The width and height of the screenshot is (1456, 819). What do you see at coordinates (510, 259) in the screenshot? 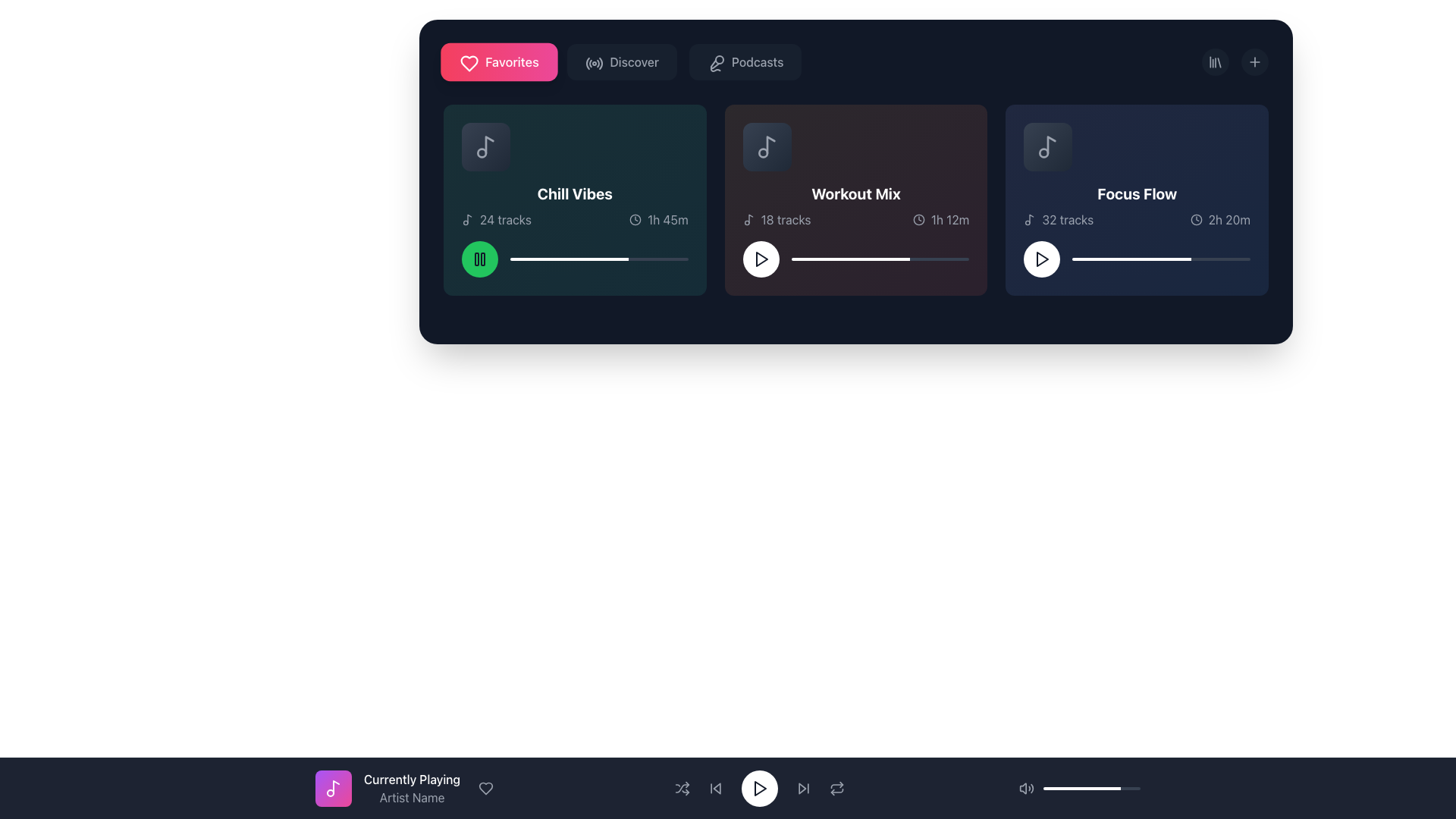
I see `the slider` at bounding box center [510, 259].